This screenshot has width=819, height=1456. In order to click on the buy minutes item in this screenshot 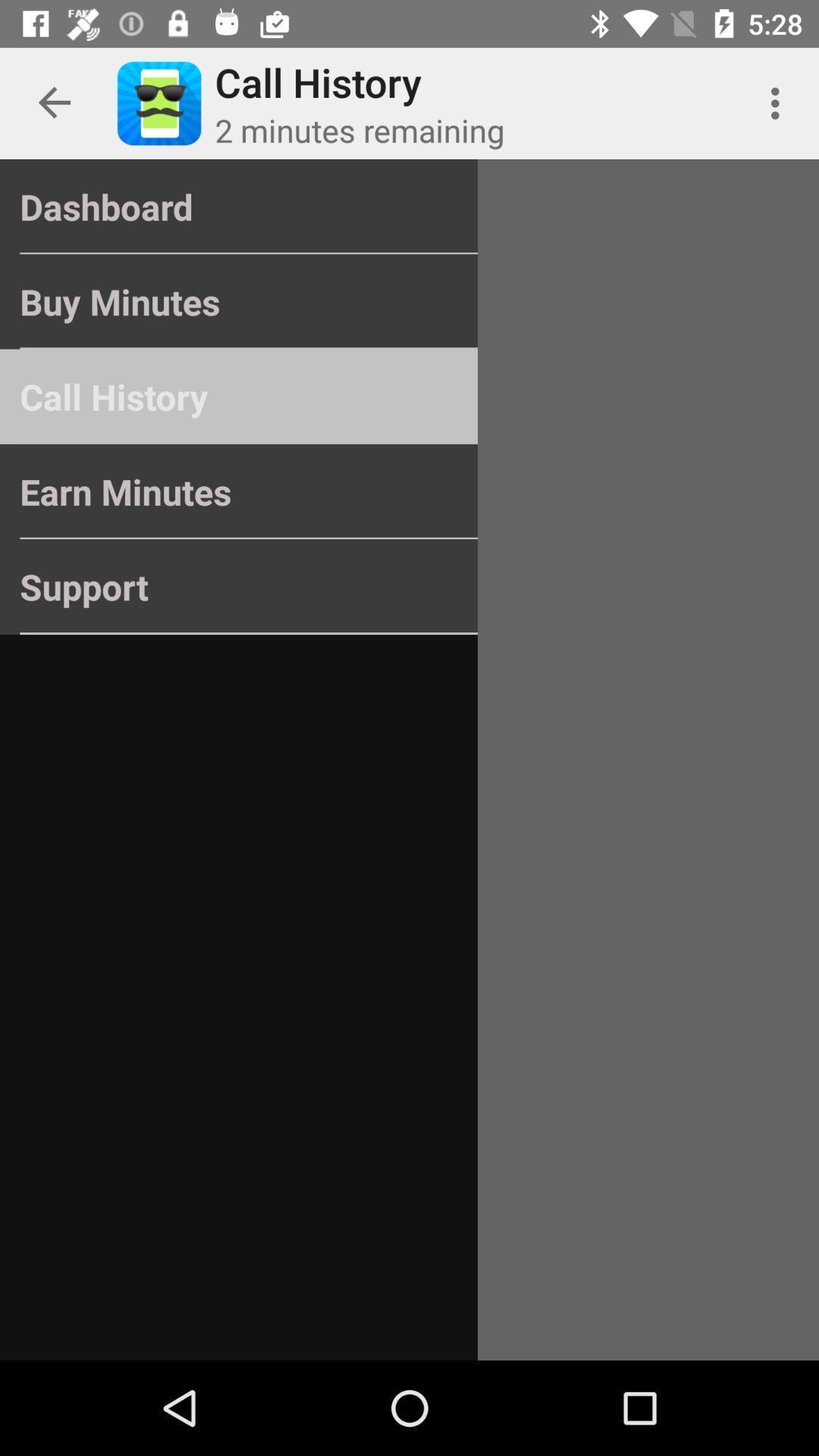, I will do `click(239, 302)`.